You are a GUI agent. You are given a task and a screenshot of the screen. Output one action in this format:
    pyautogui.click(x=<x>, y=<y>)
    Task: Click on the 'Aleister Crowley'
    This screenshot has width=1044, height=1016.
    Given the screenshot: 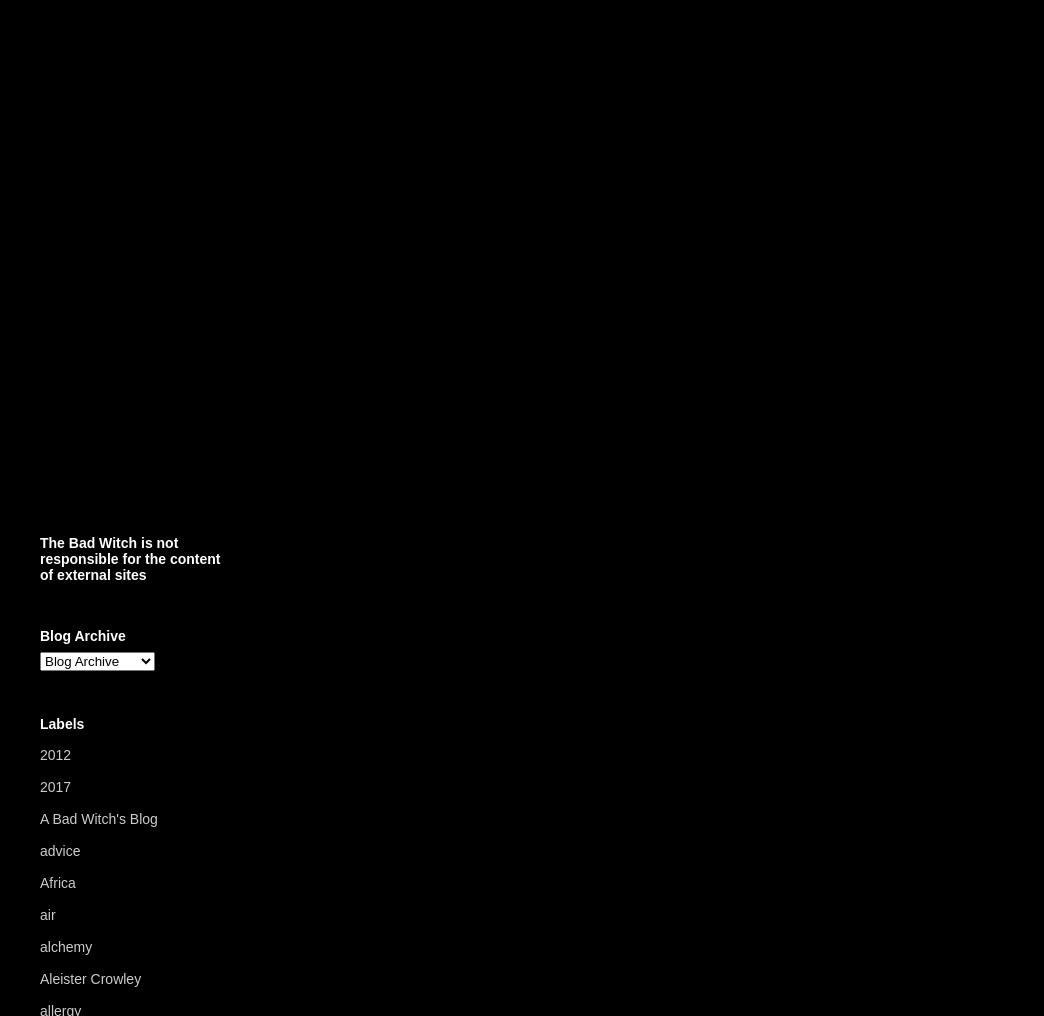 What is the action you would take?
    pyautogui.click(x=38, y=979)
    